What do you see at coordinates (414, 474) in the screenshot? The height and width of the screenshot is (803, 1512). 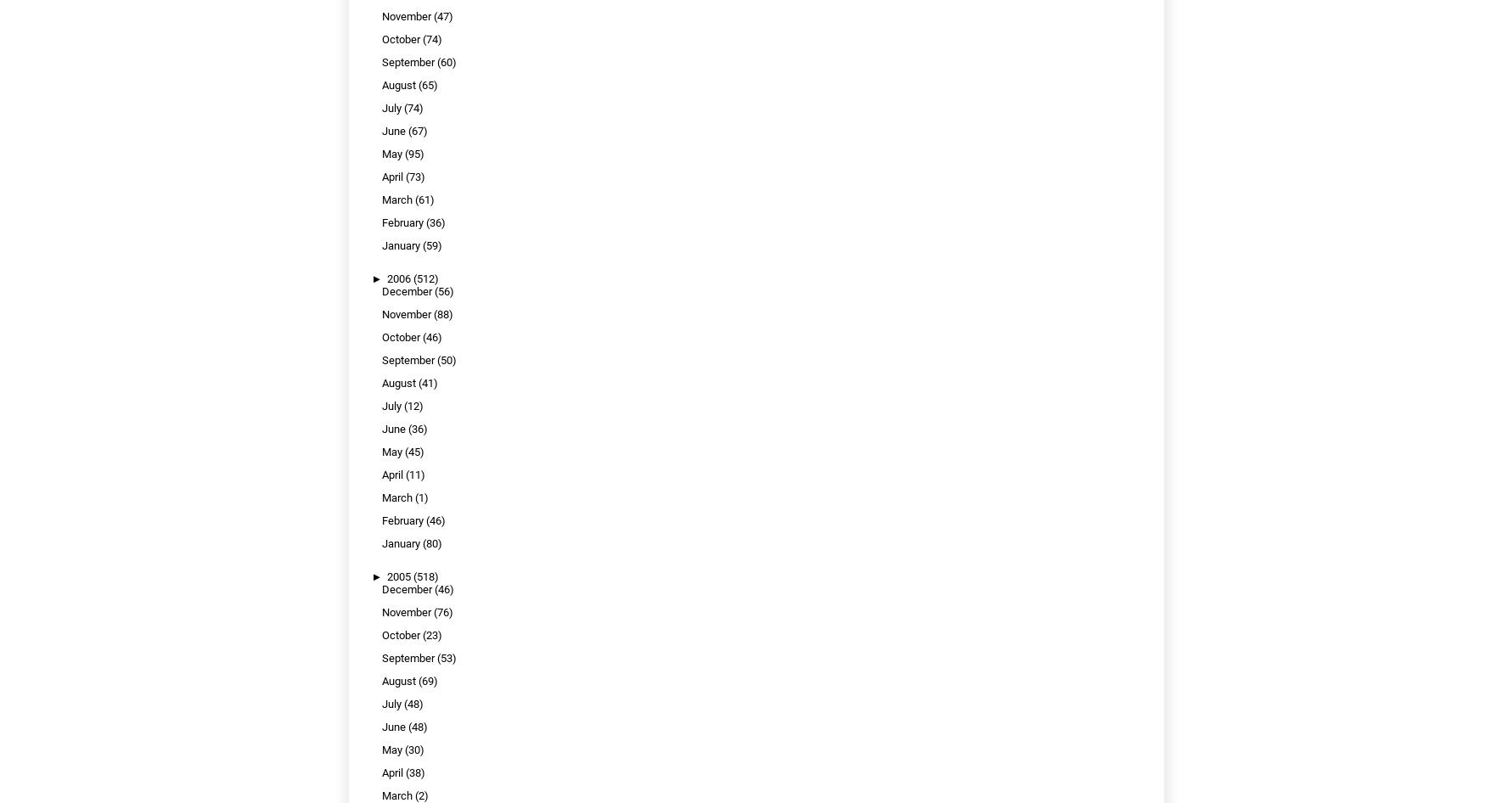 I see `'(11)'` at bounding box center [414, 474].